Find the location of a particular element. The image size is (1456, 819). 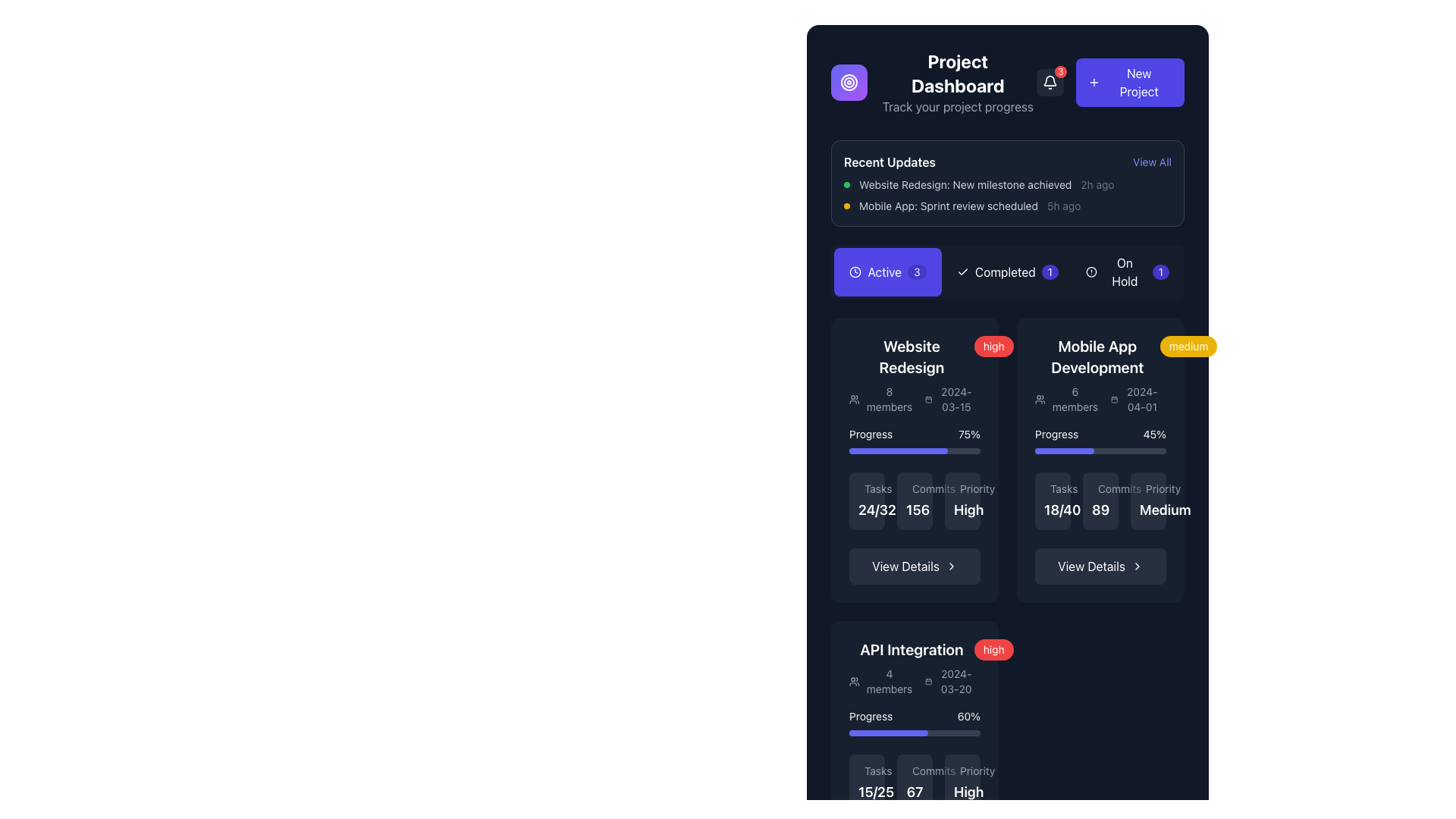

the 'High' text label, which is bold and capitalized, located at the bottom of the 'API Integration' informational card, to the right of the progress bar is located at coordinates (968, 791).